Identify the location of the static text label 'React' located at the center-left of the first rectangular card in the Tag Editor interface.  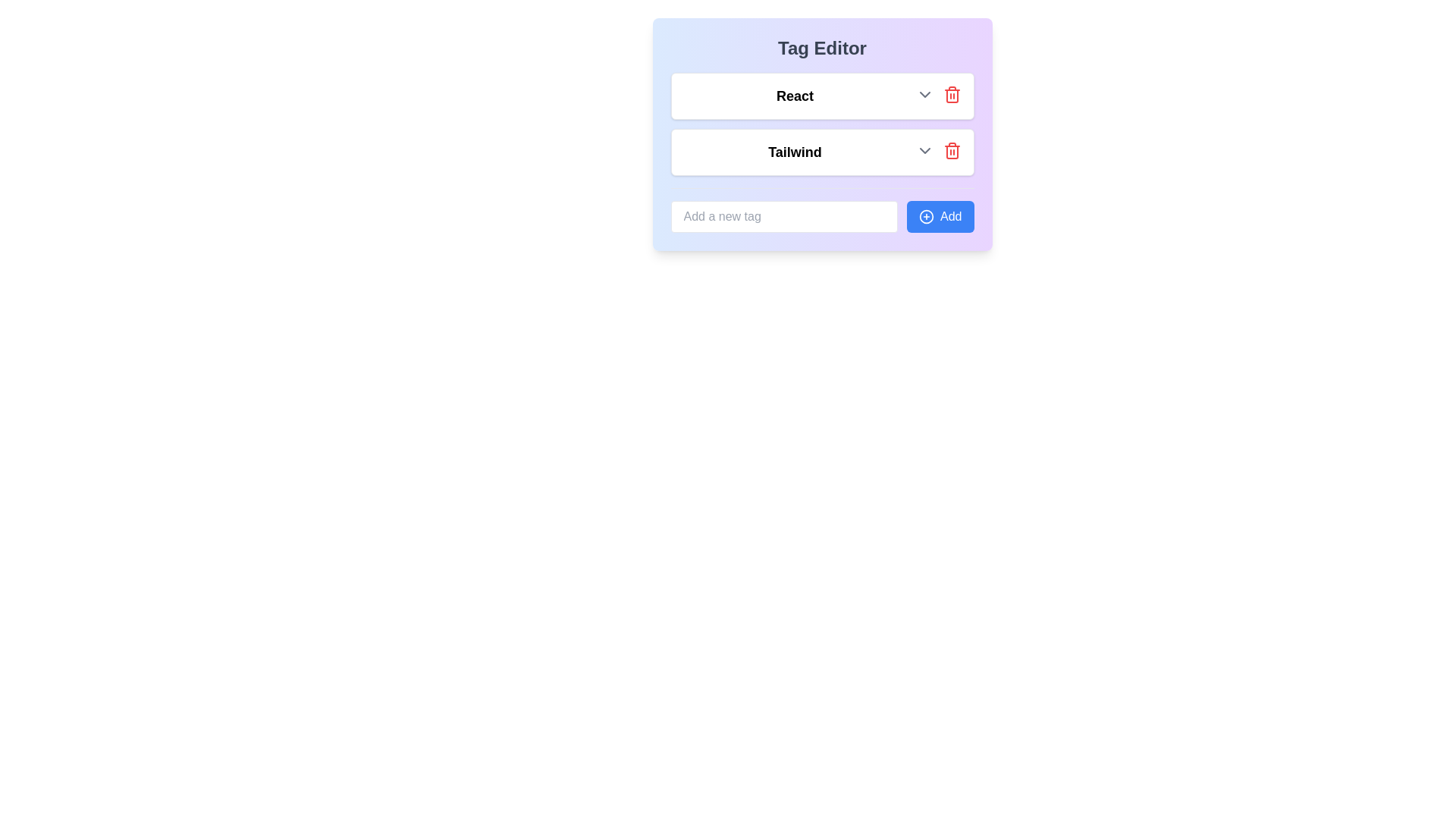
(794, 96).